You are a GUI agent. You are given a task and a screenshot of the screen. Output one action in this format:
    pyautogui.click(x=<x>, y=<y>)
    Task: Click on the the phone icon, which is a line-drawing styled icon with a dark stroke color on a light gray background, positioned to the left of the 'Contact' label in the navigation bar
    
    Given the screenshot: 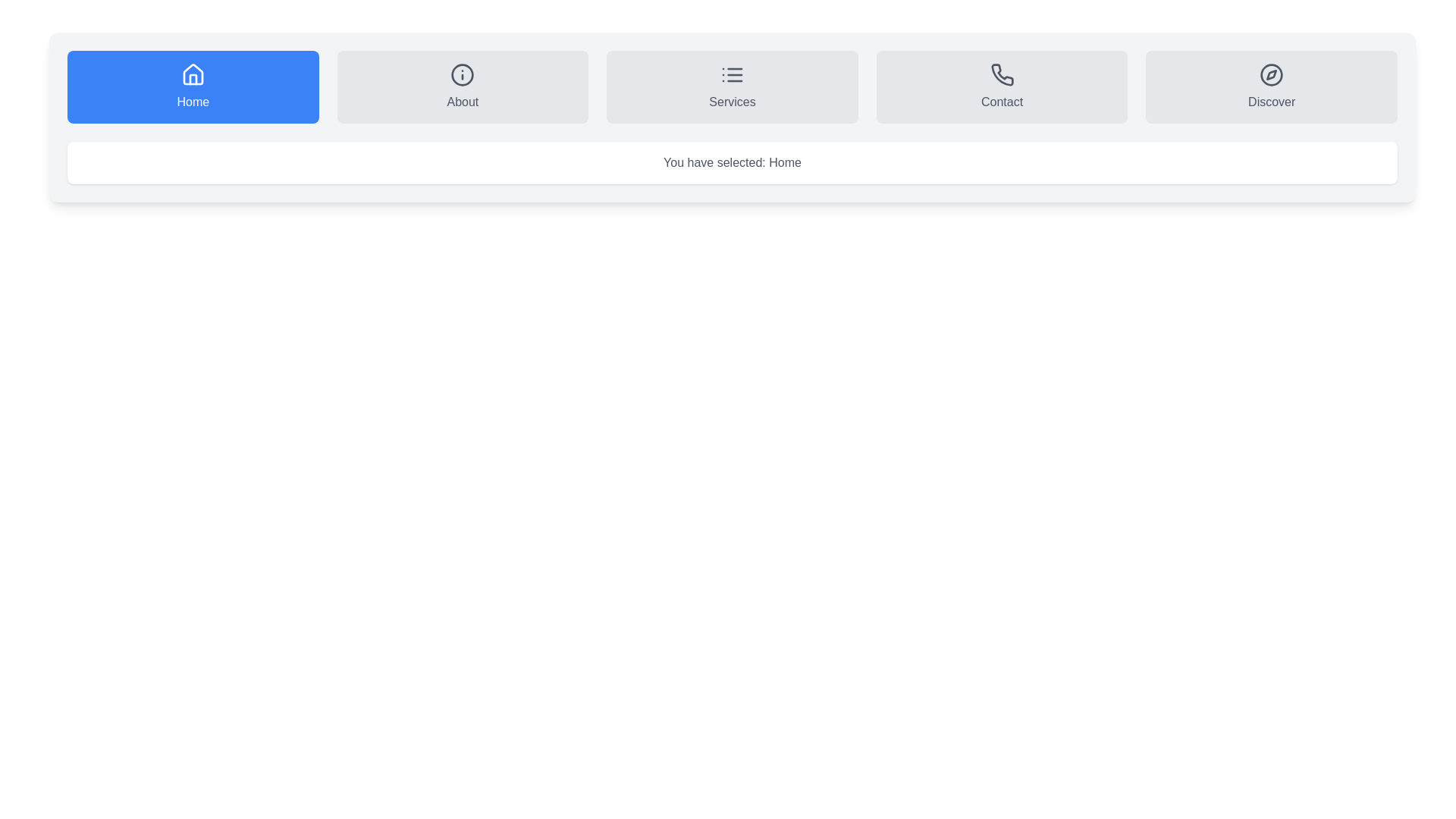 What is the action you would take?
    pyautogui.click(x=1002, y=75)
    